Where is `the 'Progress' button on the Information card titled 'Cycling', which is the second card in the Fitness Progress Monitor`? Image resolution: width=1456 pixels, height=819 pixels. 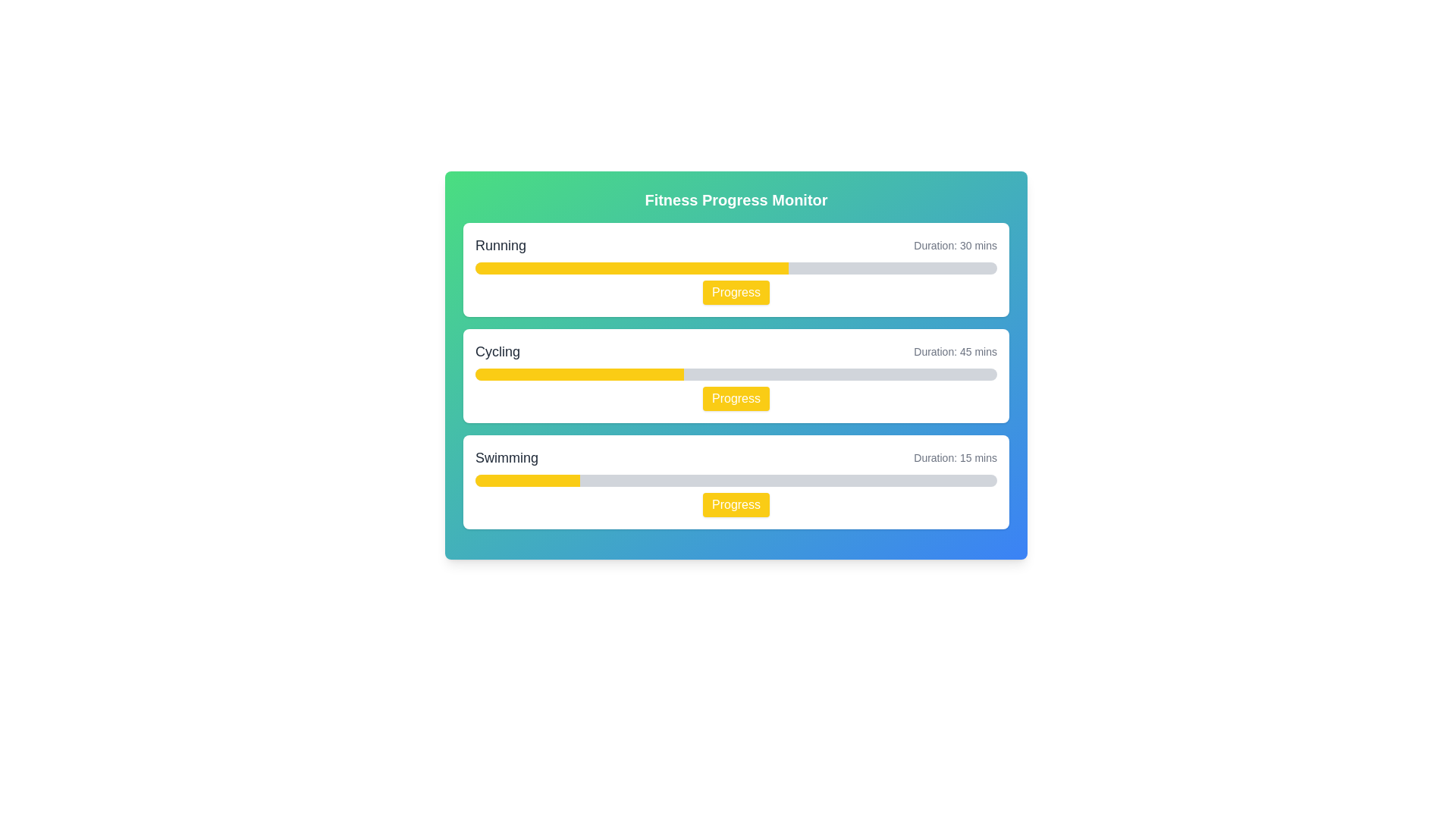
the 'Progress' button on the Information card titled 'Cycling', which is the second card in the Fitness Progress Monitor is located at coordinates (736, 375).